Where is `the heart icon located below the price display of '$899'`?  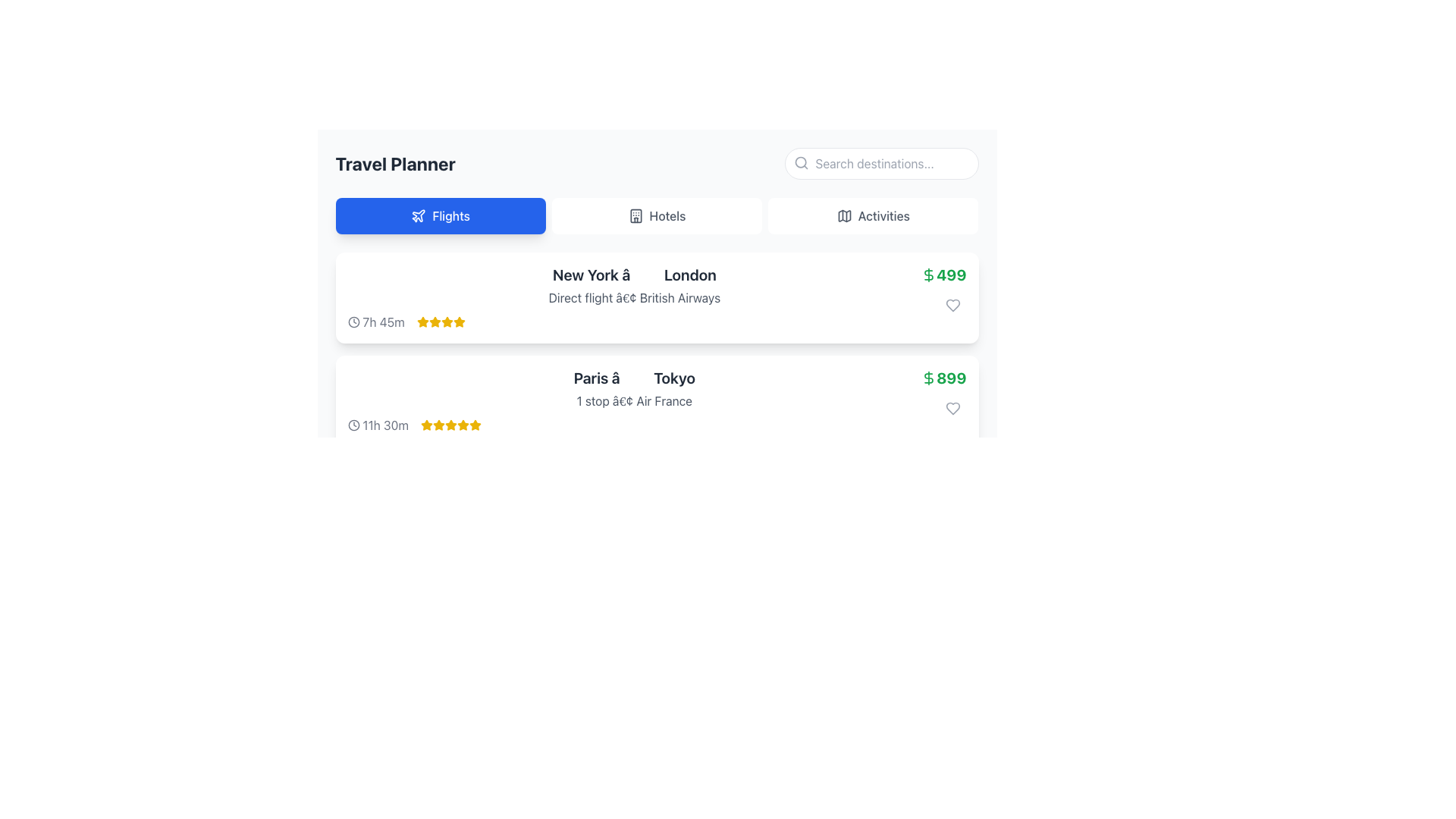 the heart icon located below the price display of '$899' is located at coordinates (943, 394).